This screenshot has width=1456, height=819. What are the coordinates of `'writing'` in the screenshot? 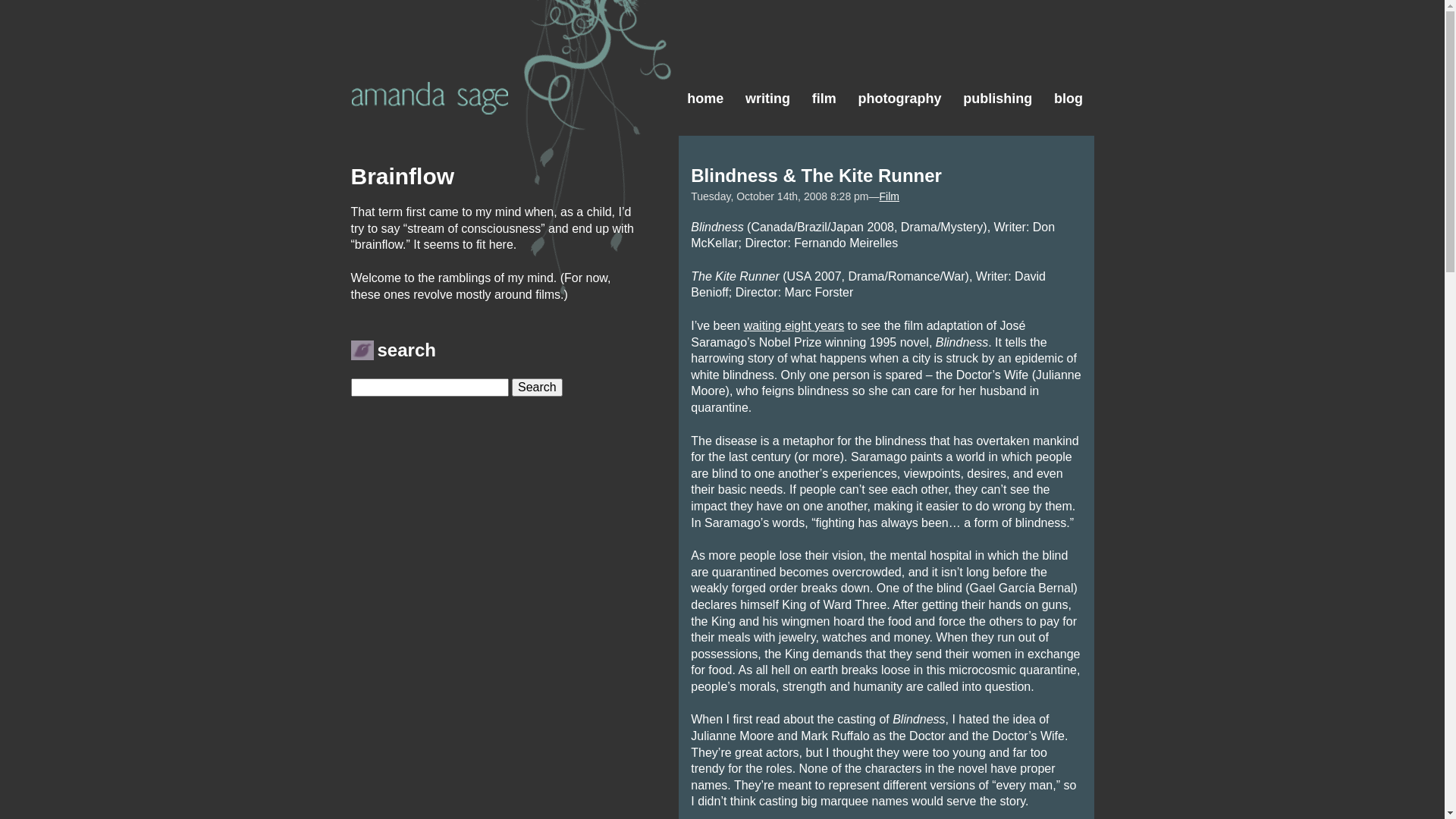 It's located at (767, 61).